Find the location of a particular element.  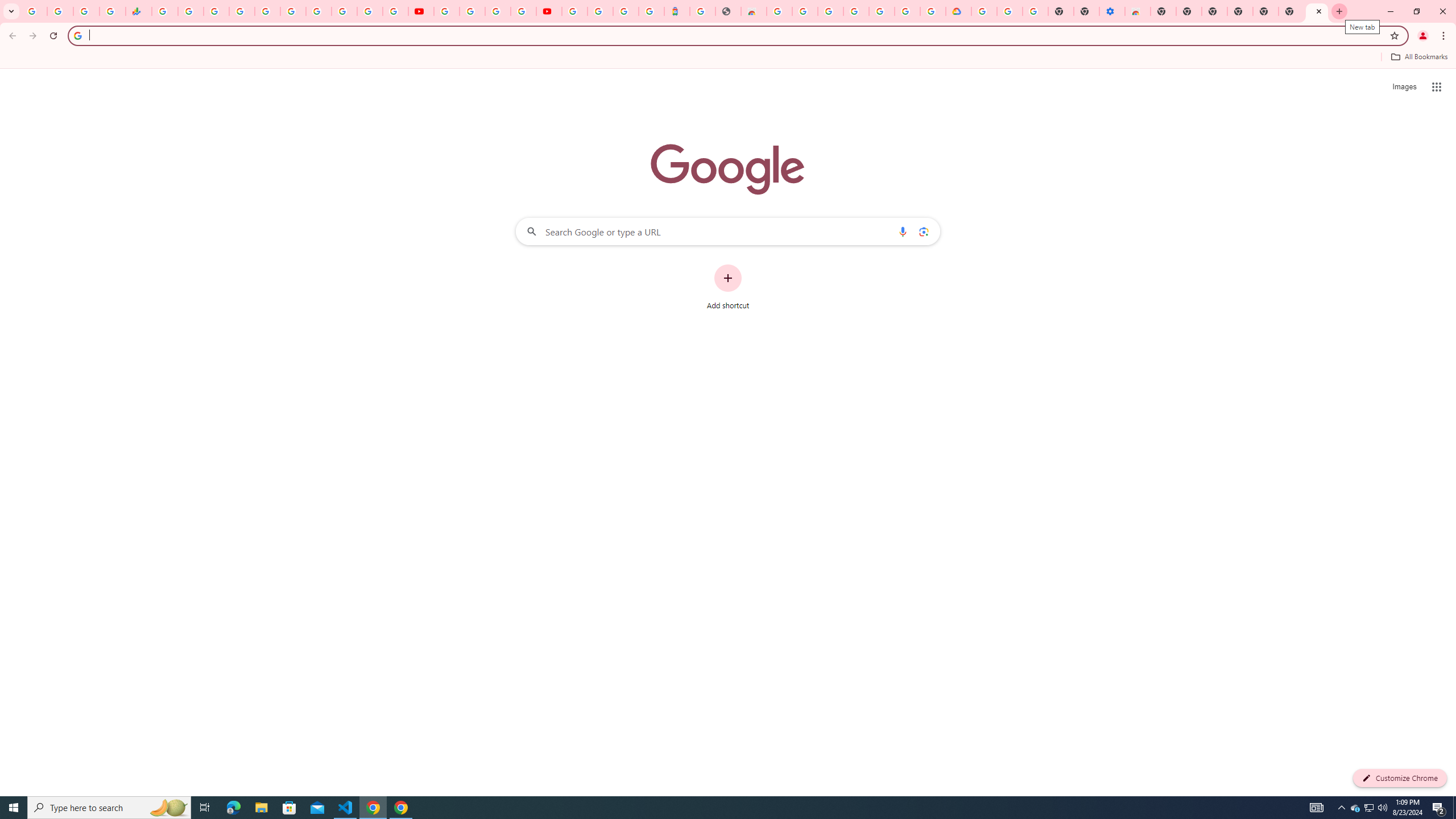

'YouTube' is located at coordinates (421, 11).